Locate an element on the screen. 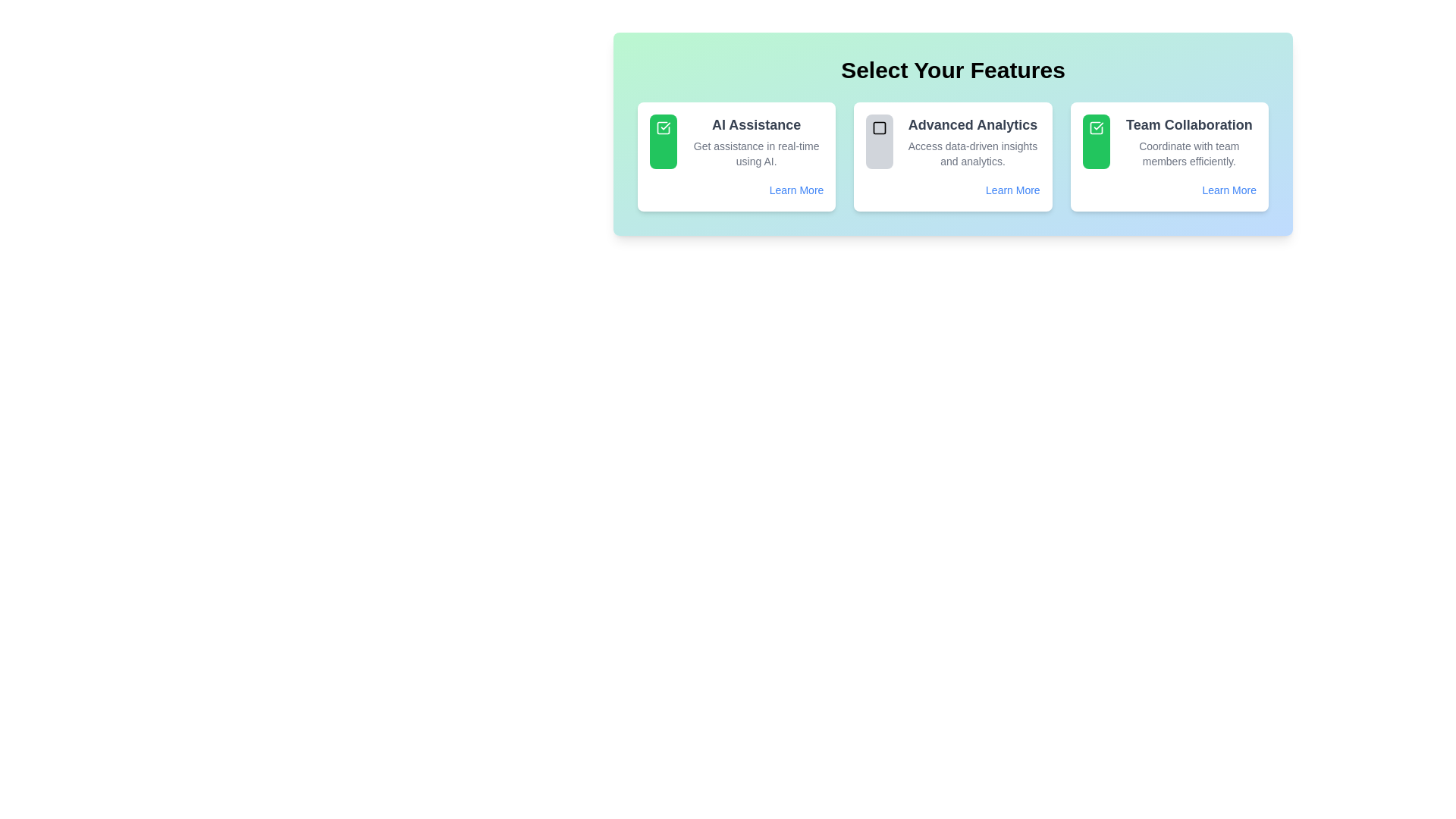 Image resolution: width=1456 pixels, height=819 pixels. text label that displays 'Get assistance in real-time using AI.' located below the title 'AI Assistance' in the leftmost card is located at coordinates (756, 154).